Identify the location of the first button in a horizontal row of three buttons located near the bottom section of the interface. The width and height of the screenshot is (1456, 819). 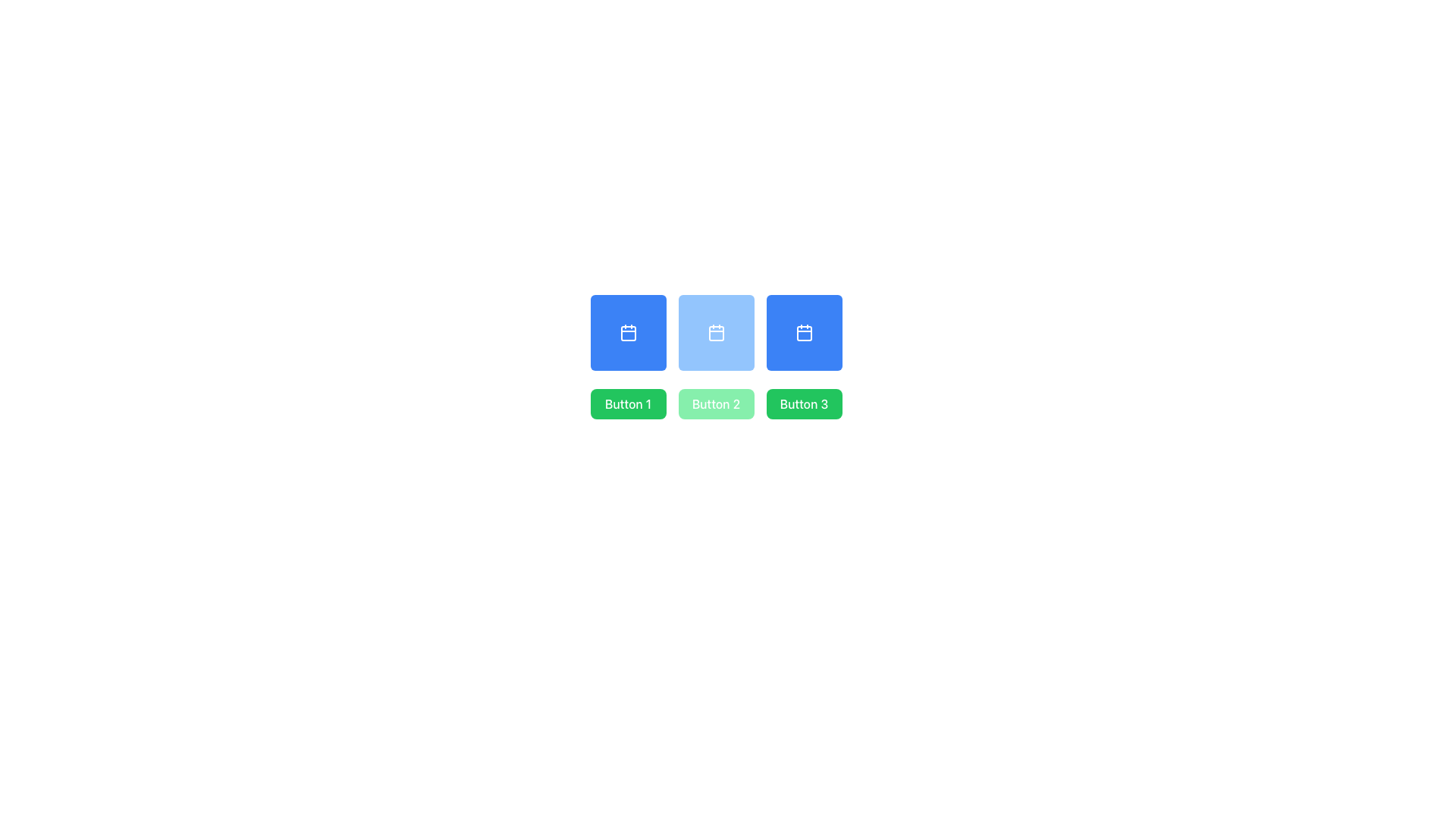
(628, 403).